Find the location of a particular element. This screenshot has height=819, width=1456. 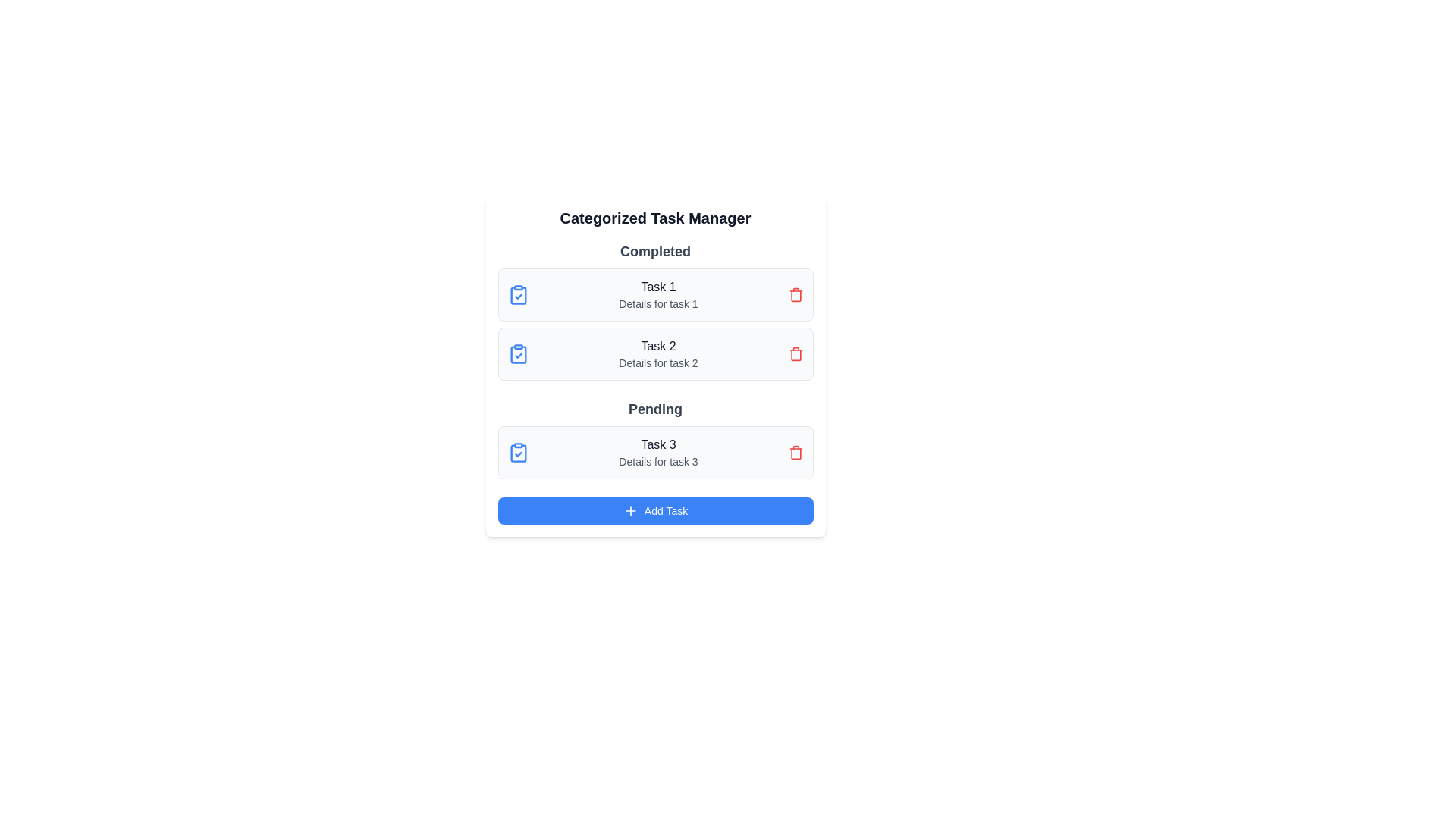

the 'Add Task' button to add a new task is located at coordinates (655, 511).